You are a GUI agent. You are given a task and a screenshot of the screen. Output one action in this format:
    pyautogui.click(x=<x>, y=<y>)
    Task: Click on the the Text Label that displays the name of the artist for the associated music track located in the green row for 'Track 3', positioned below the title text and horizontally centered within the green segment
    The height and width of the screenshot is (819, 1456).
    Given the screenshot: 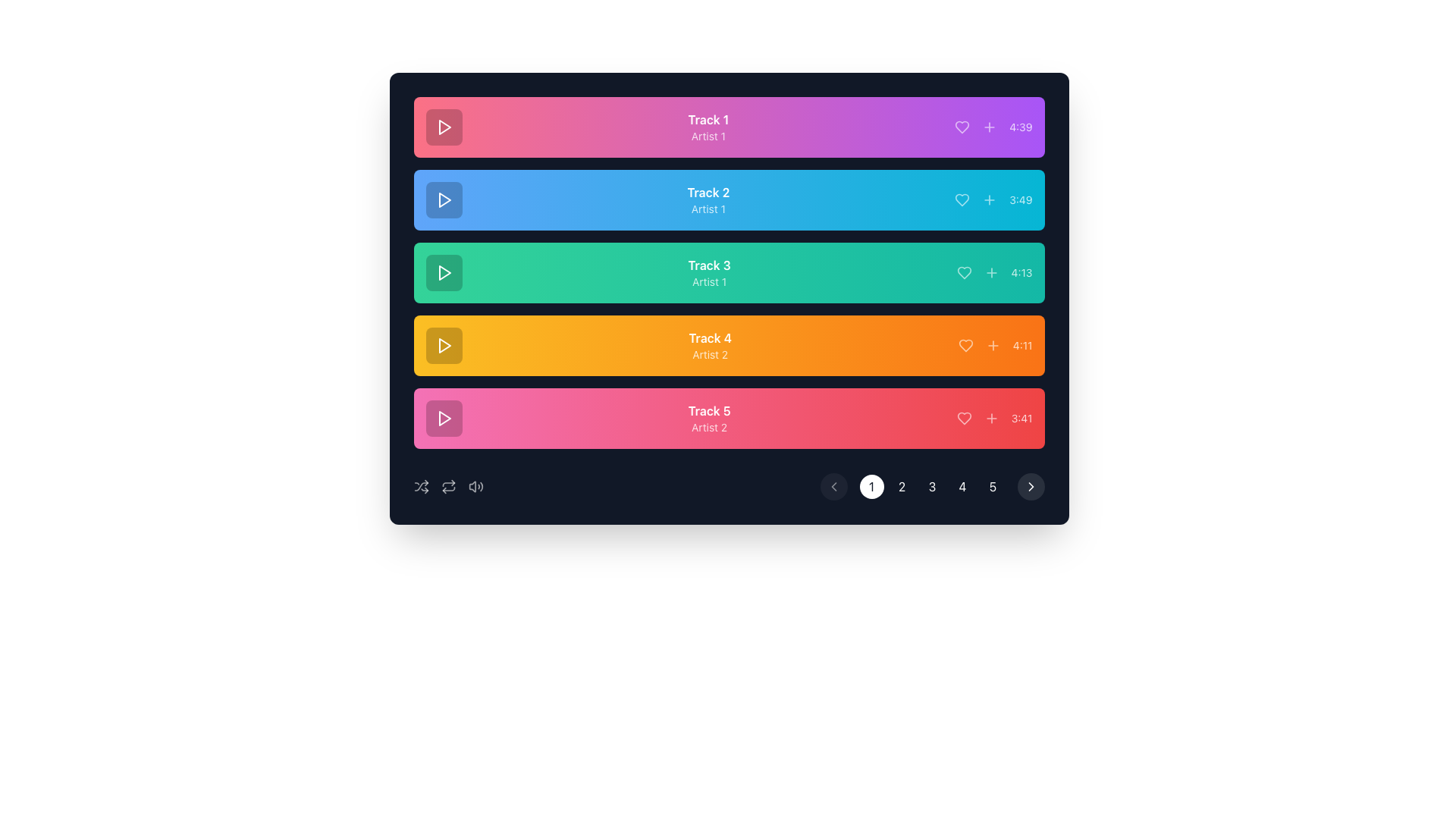 What is the action you would take?
    pyautogui.click(x=708, y=281)
    